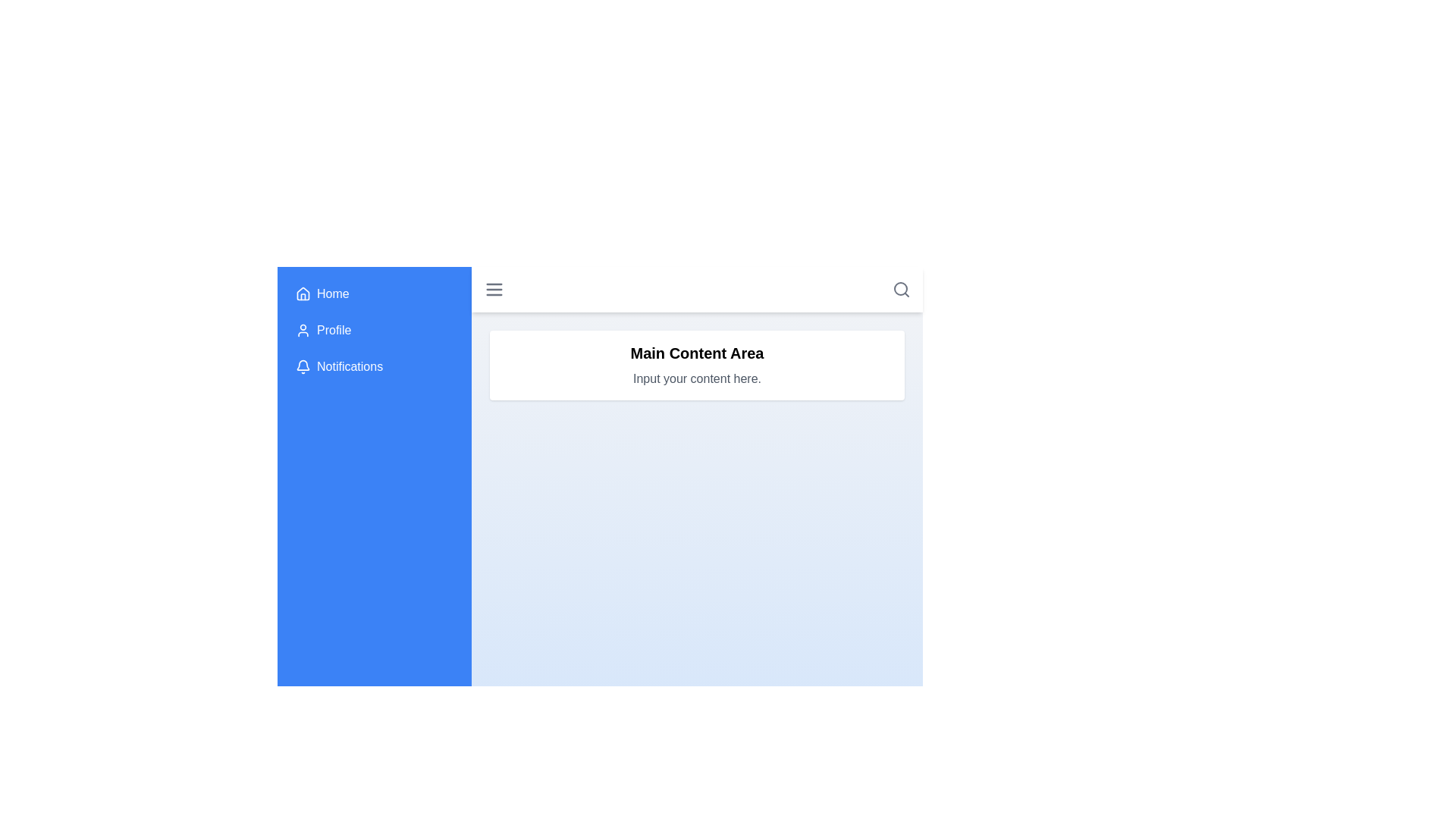 Image resolution: width=1456 pixels, height=819 pixels. I want to click on the menu icon in the app bar to toggle the sidebar visibility, so click(494, 289).